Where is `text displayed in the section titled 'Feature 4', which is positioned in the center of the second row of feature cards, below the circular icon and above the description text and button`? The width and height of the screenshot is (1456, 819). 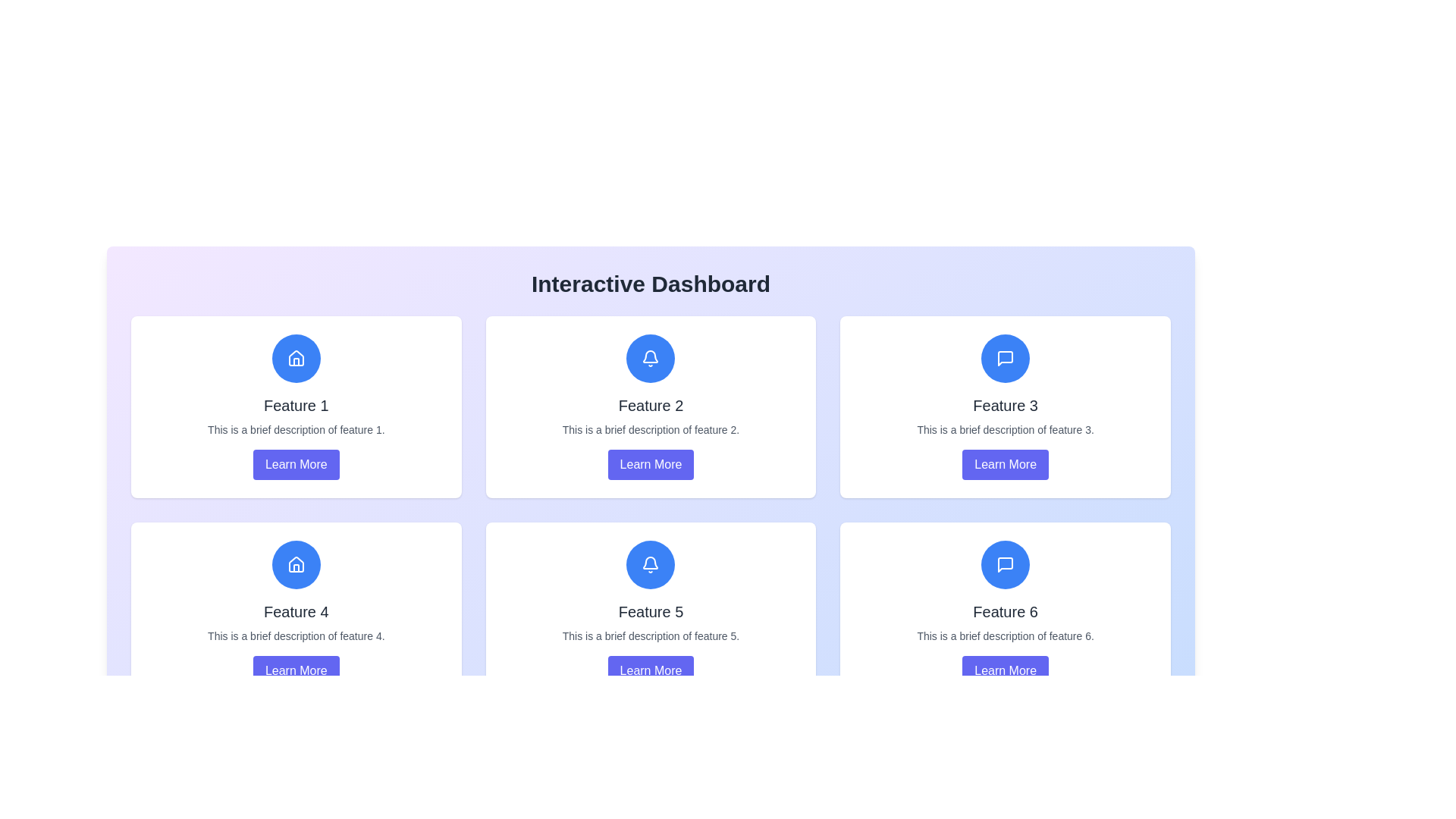 text displayed in the section titled 'Feature 4', which is positioned in the center of the second row of feature cards, below the circular icon and above the description text and button is located at coordinates (296, 610).